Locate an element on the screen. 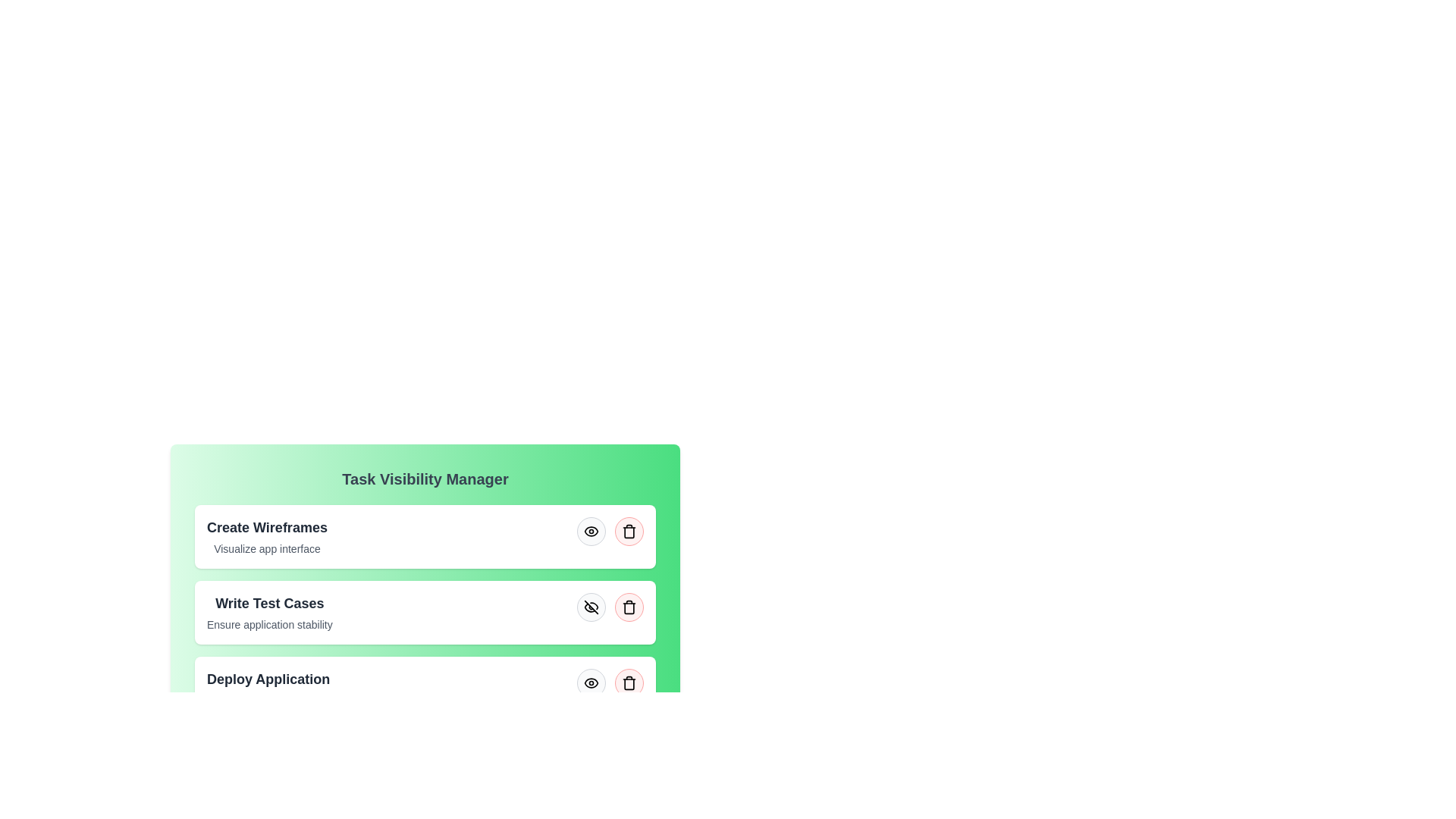 The width and height of the screenshot is (1456, 819). trash icon to remove the task with the title Deploy Application is located at coordinates (629, 683).